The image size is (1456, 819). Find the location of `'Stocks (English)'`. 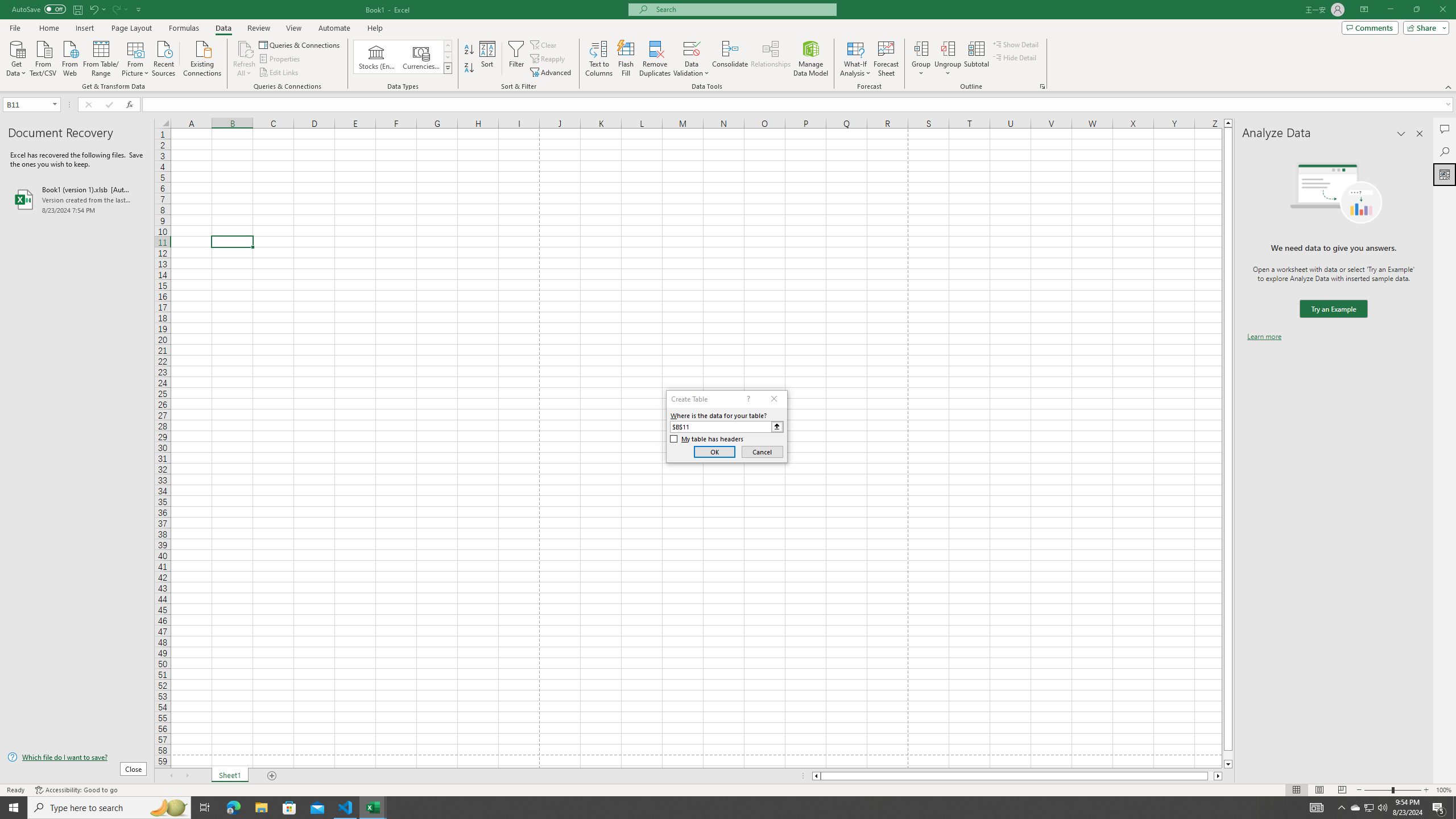

'Stocks (English)' is located at coordinates (375, 56).